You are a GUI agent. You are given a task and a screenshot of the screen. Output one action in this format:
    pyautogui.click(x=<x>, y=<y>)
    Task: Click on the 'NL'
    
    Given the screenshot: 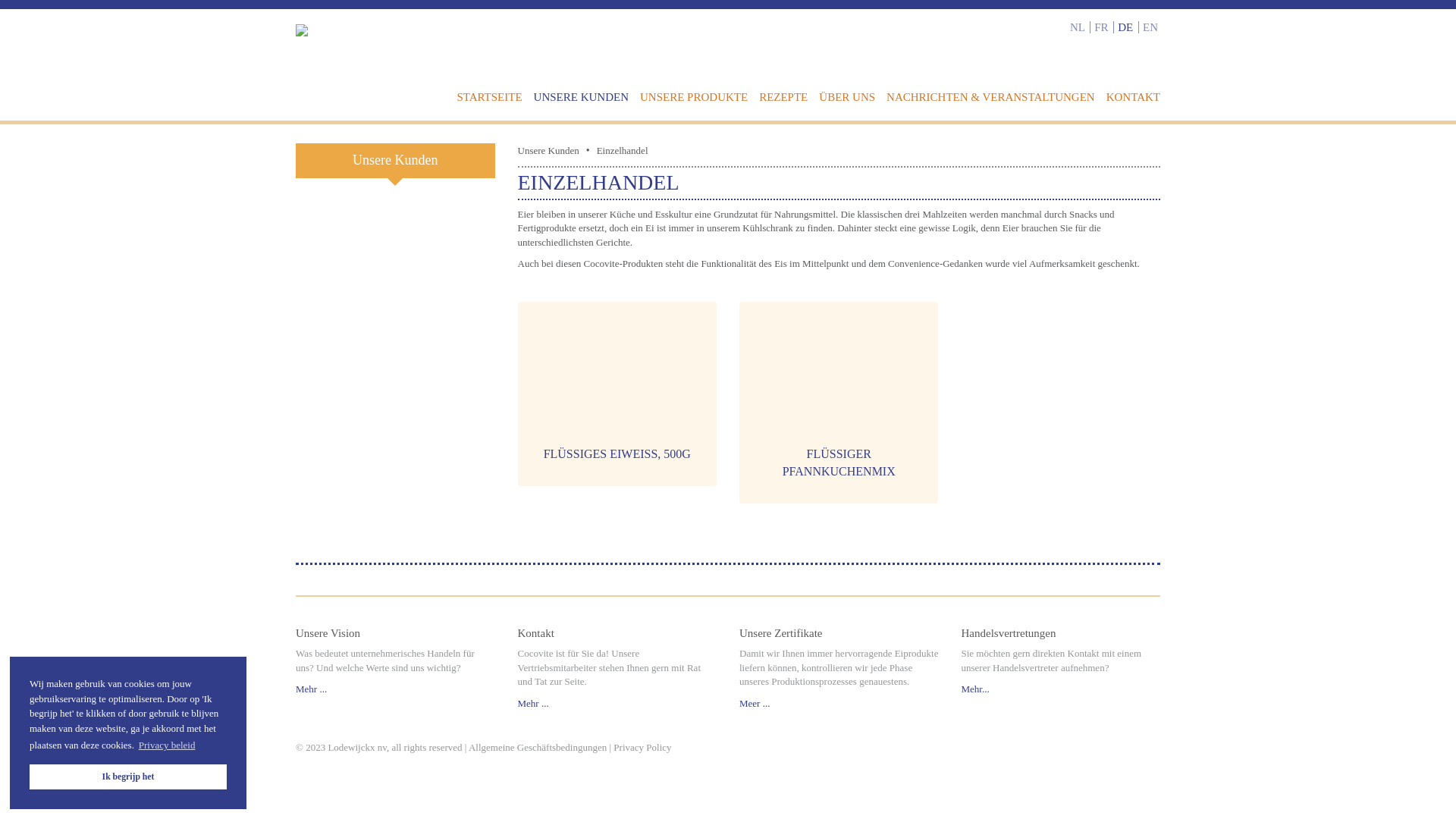 What is the action you would take?
    pyautogui.click(x=1078, y=27)
    